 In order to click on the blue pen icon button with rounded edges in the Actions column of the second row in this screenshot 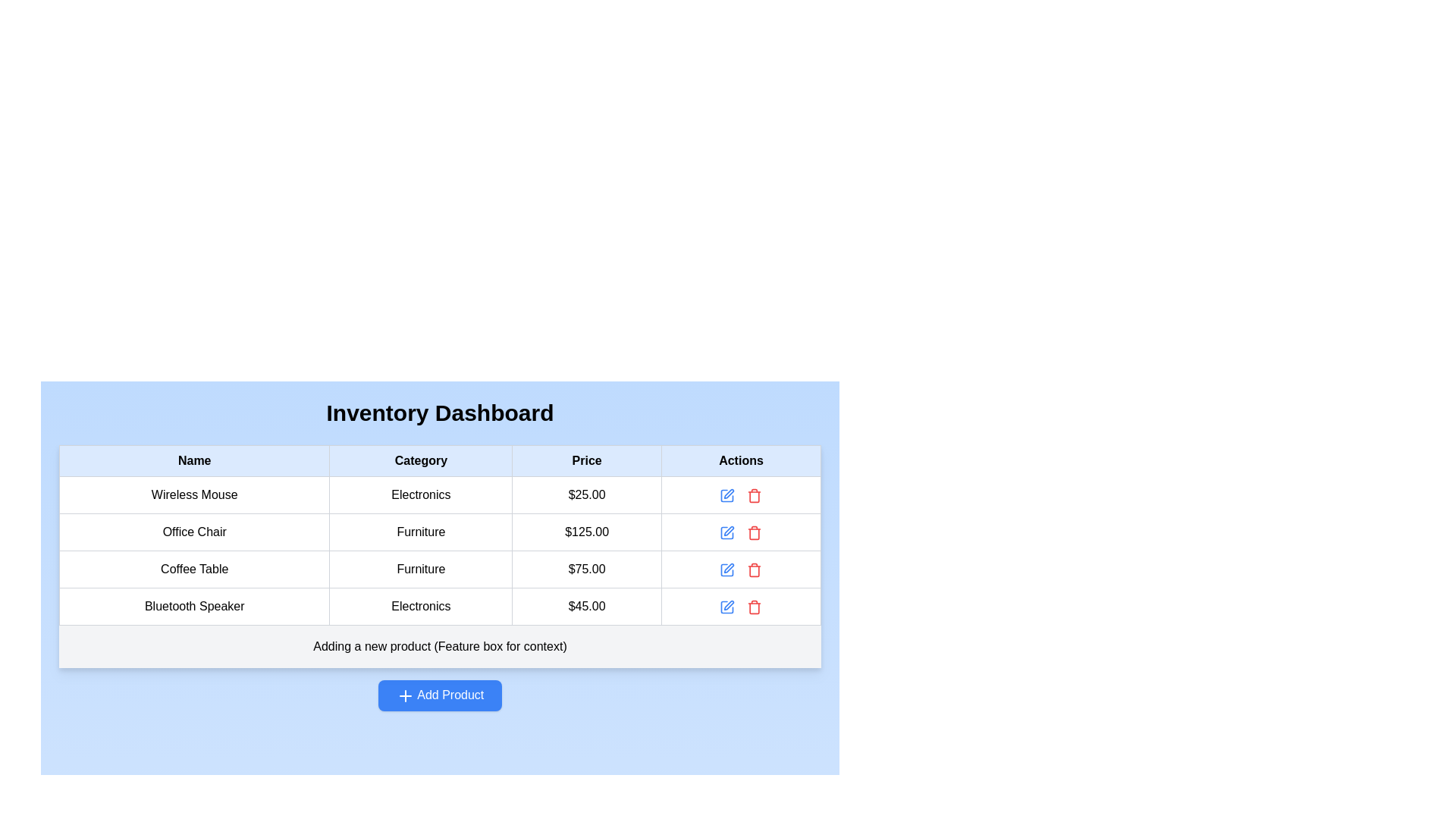, I will do `click(726, 532)`.